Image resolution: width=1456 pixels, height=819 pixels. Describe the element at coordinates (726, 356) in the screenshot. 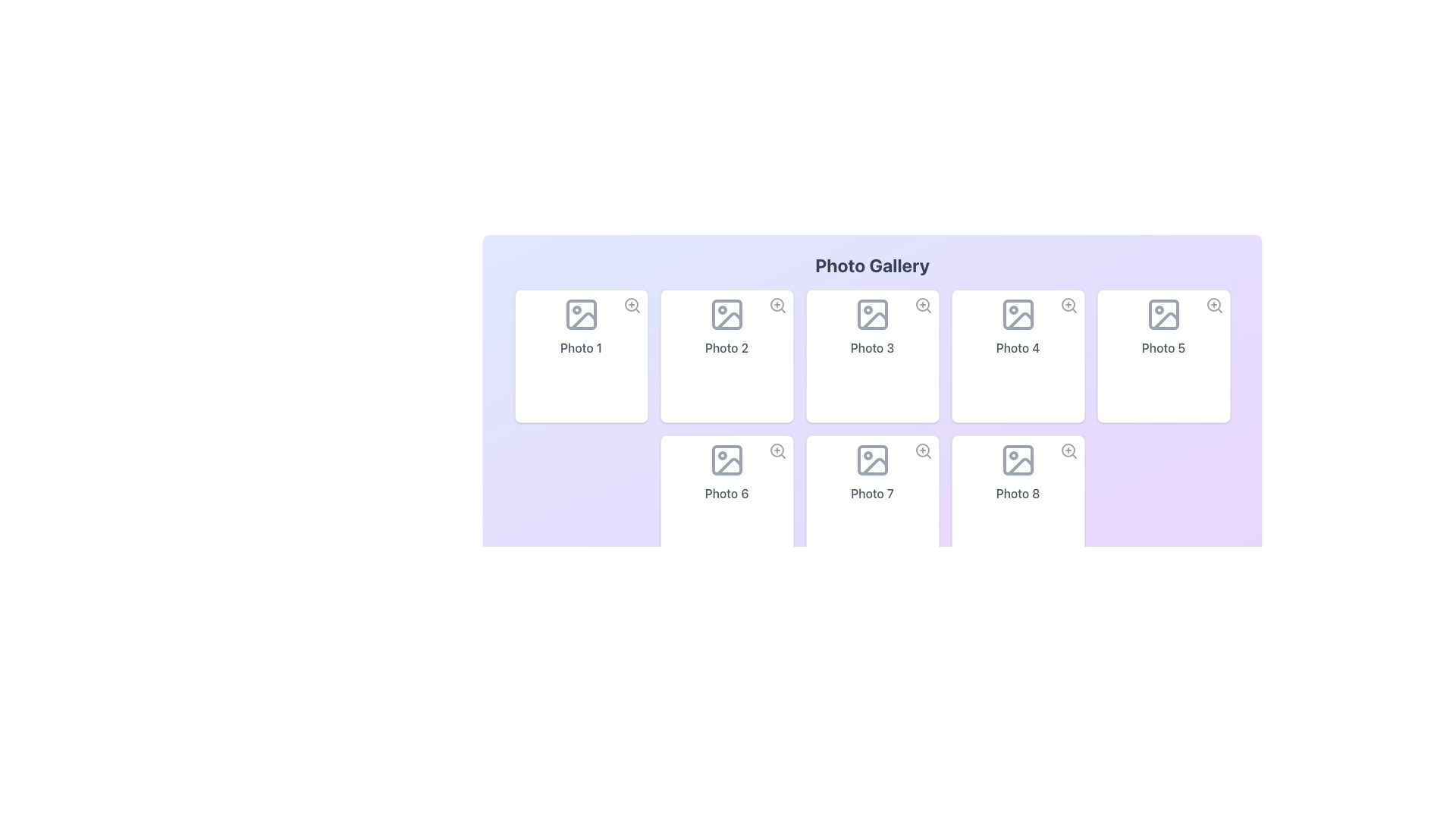

I see `the second card in the grid layout, which has a white background, rounded corners, and contains the label 'Photo 2' below a photo icon` at that location.